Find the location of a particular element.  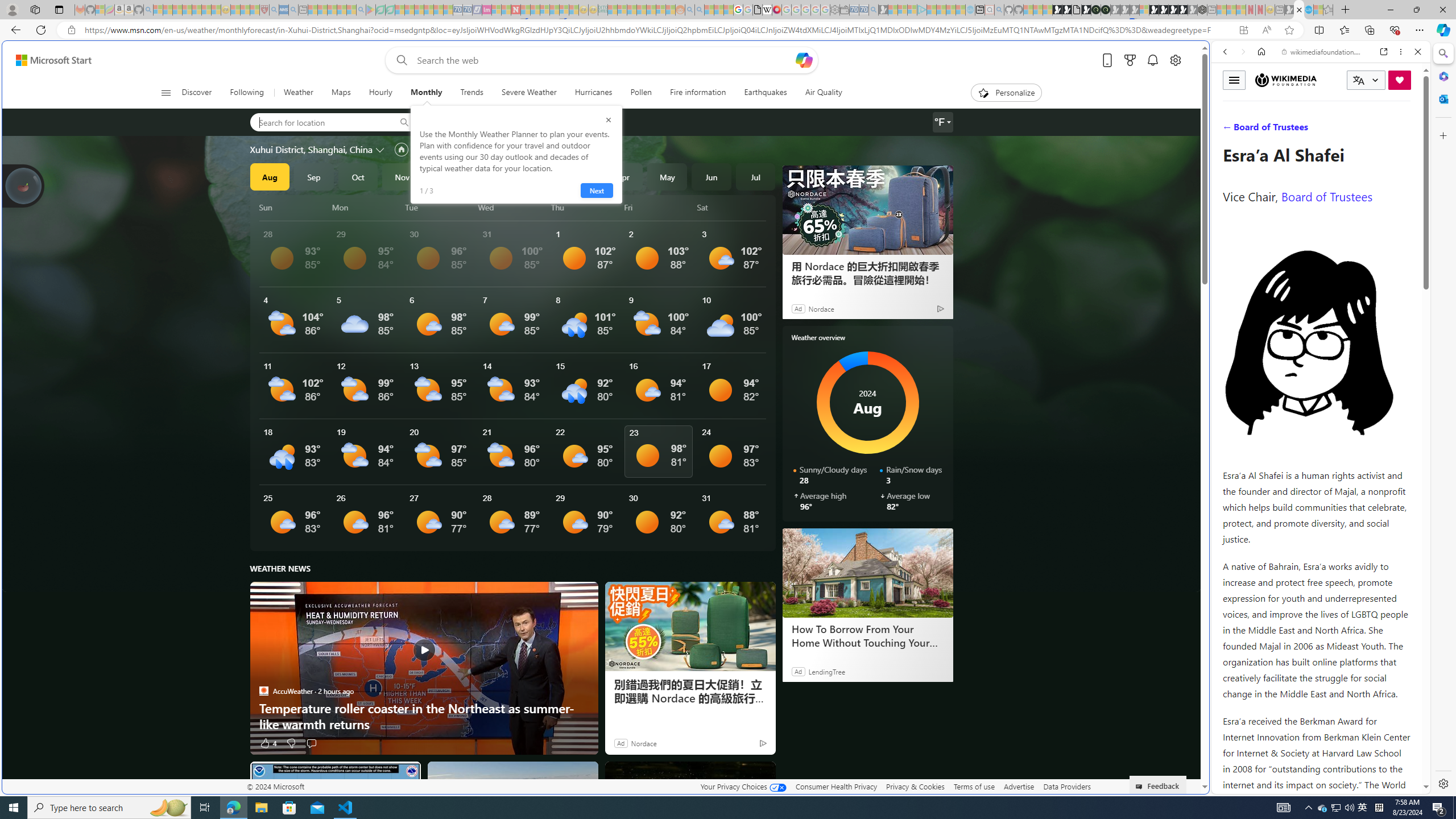

'Jun' is located at coordinates (711, 176).